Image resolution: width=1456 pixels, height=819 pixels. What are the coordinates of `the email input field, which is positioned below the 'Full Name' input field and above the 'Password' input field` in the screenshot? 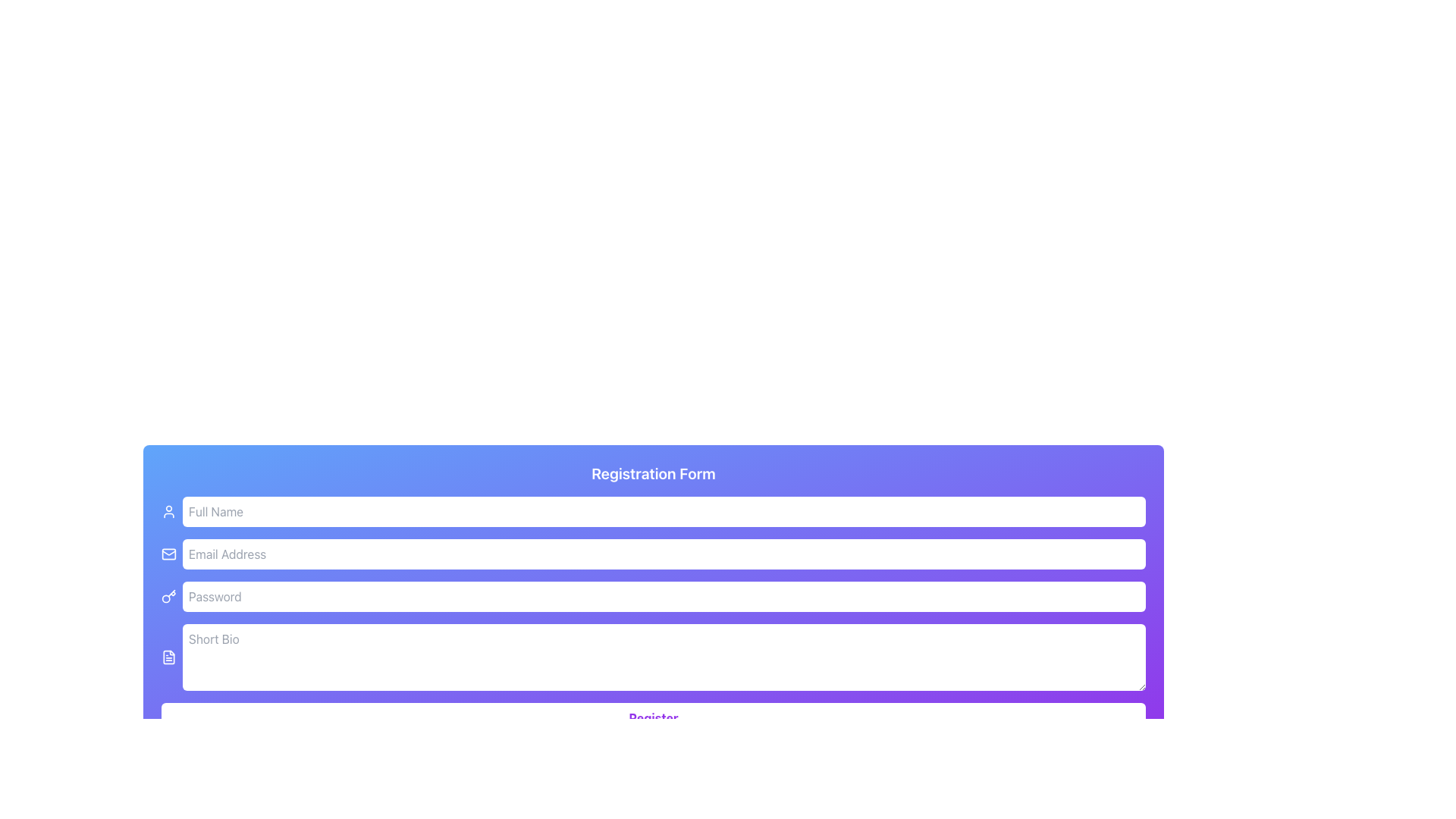 It's located at (664, 554).